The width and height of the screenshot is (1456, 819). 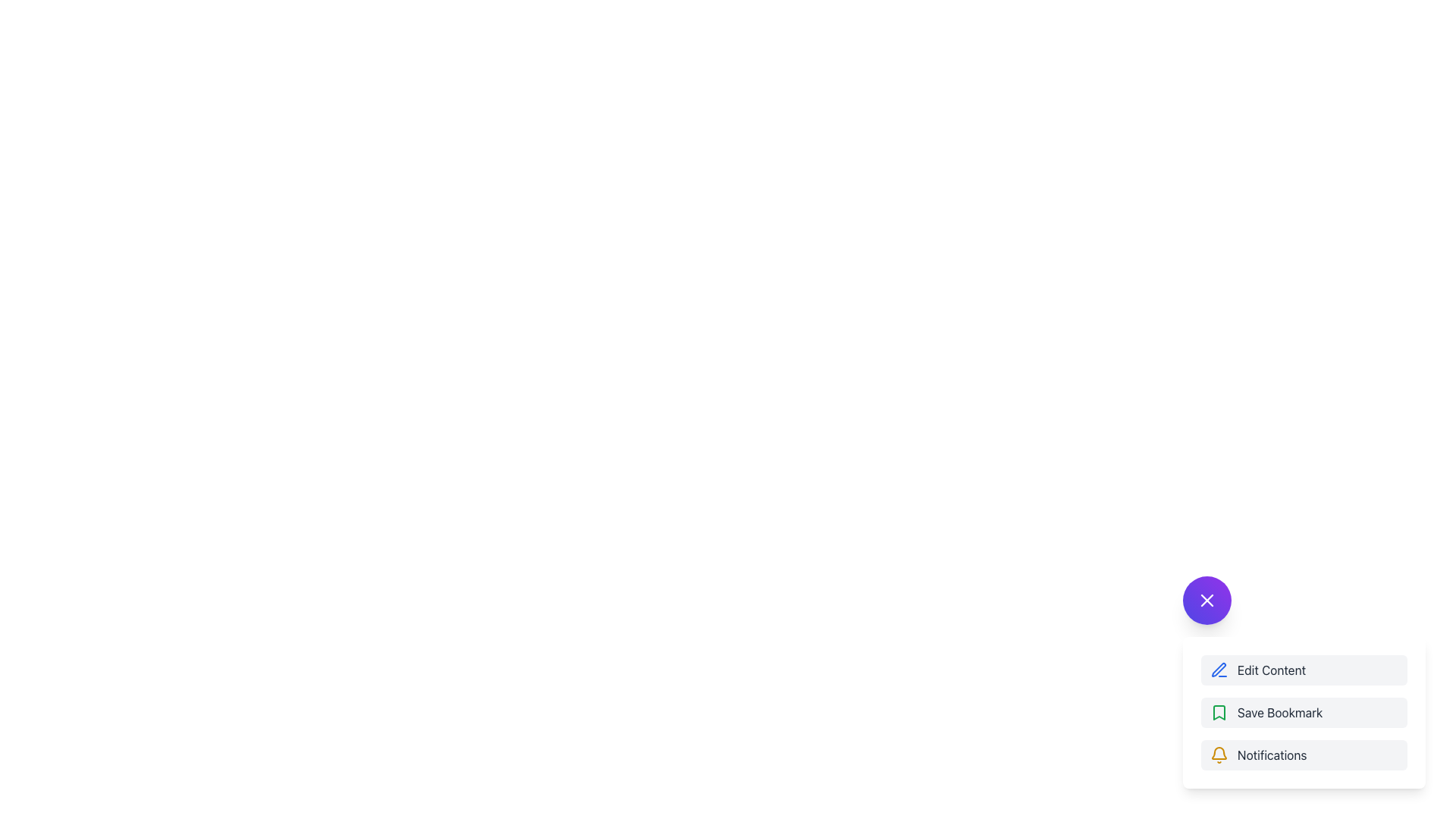 What do you see at coordinates (1303, 755) in the screenshot?
I see `the 'Notifications' button` at bounding box center [1303, 755].